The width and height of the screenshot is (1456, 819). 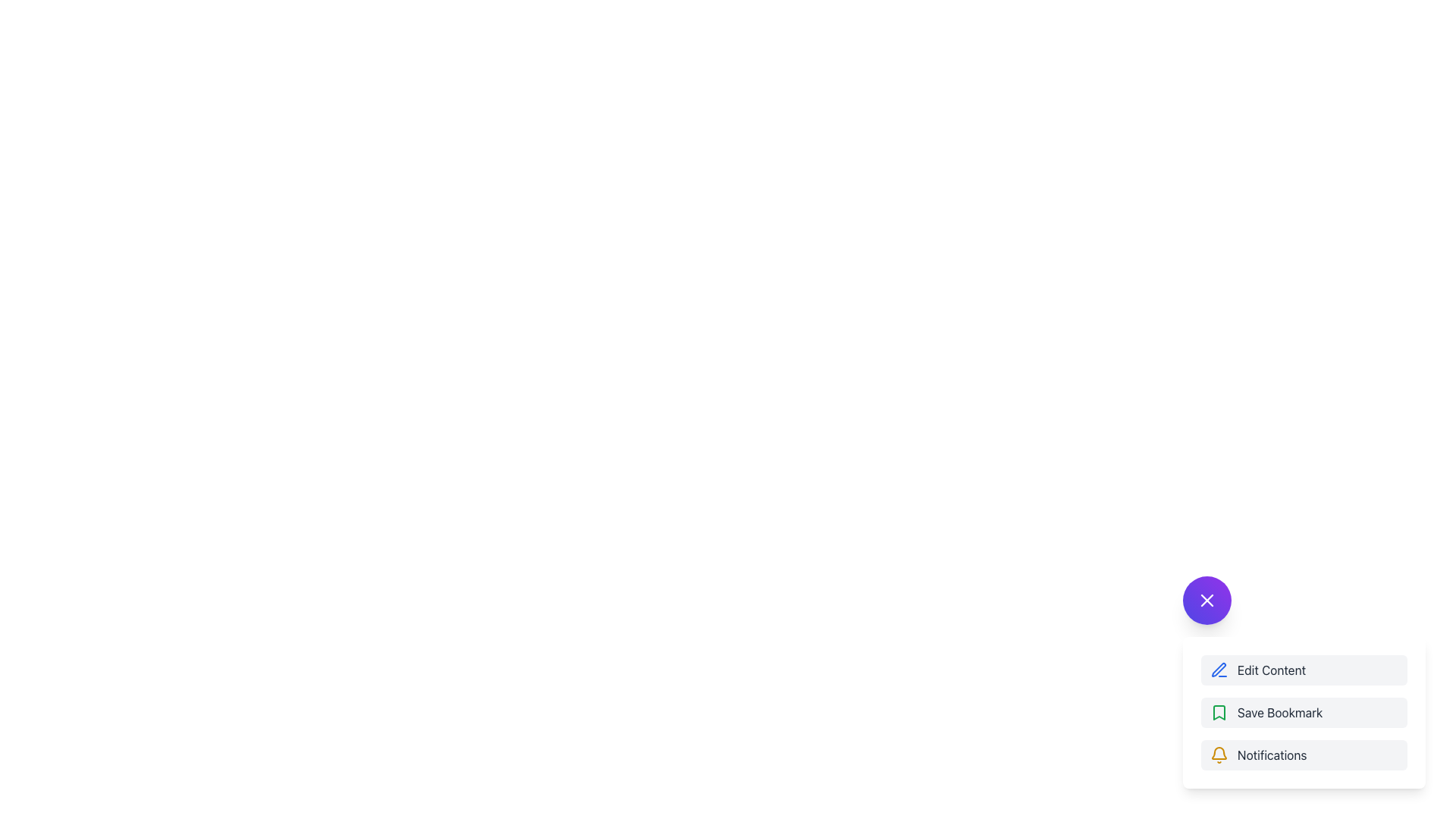 What do you see at coordinates (1303, 755) in the screenshot?
I see `the 'Notifications' button` at bounding box center [1303, 755].